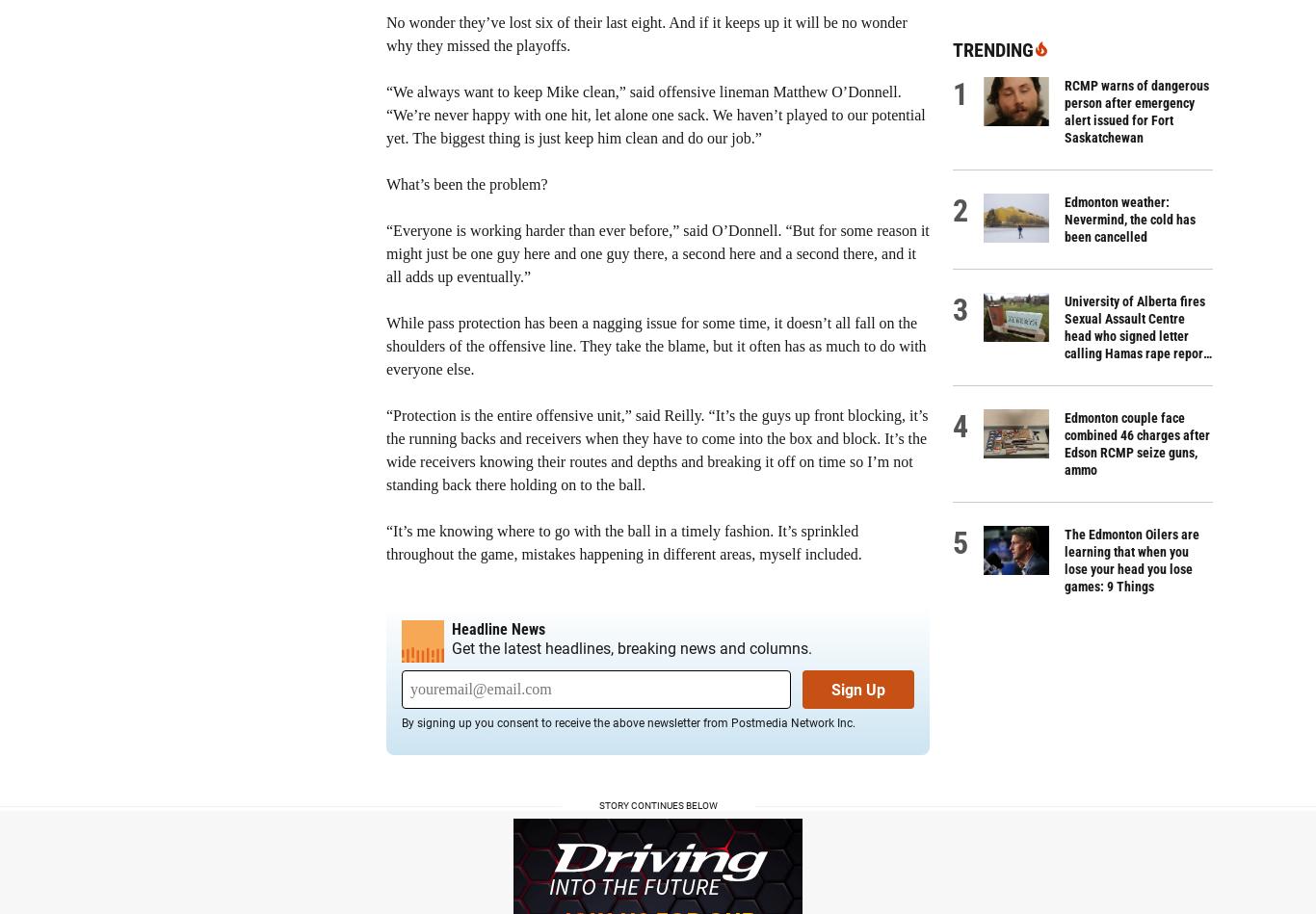  What do you see at coordinates (1063, 336) in the screenshot?
I see `'University of Alberta fires Sexual Assault Centre head who signed letter calling Hamas rape reports 'unverified accusation''` at bounding box center [1063, 336].